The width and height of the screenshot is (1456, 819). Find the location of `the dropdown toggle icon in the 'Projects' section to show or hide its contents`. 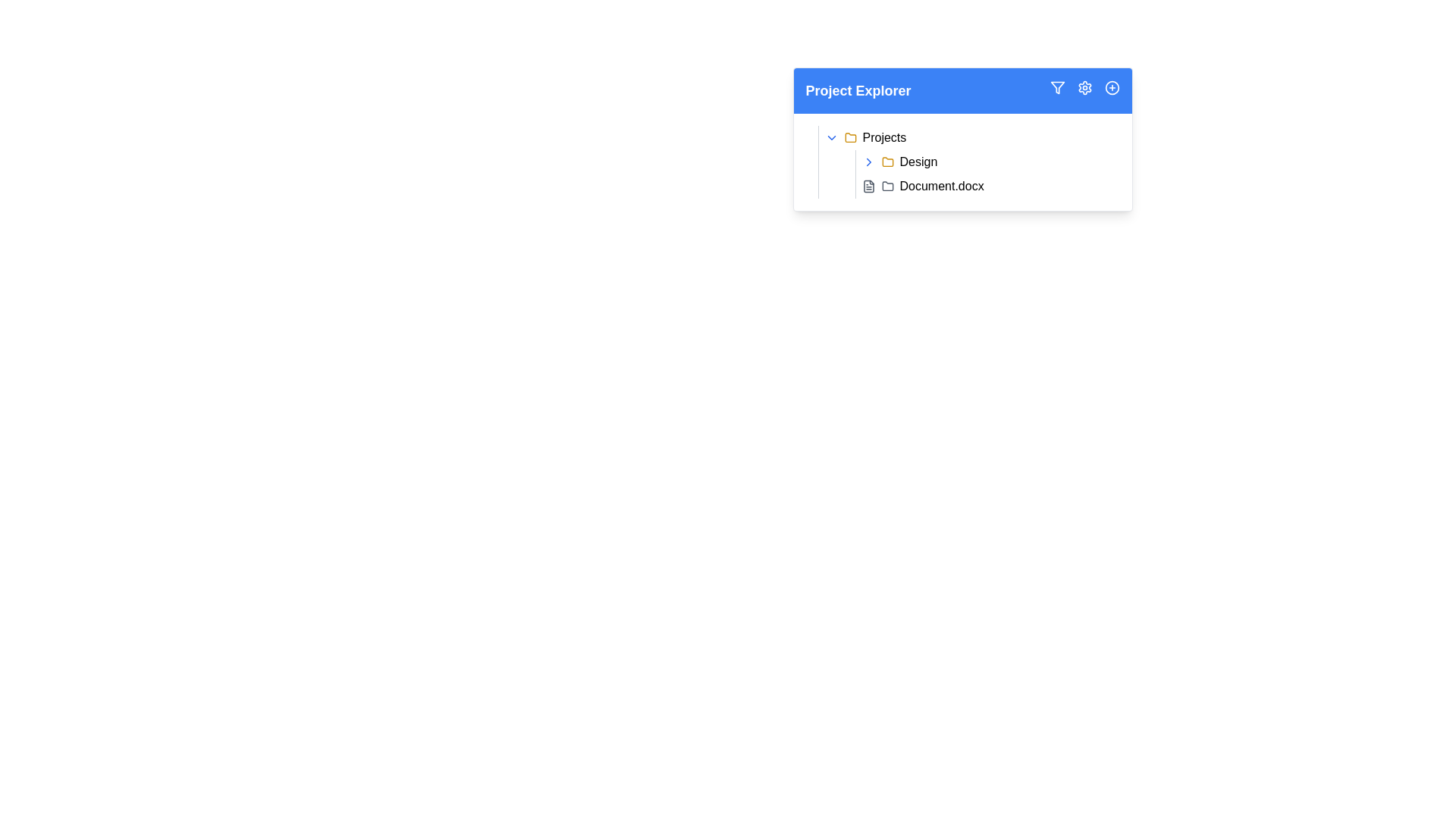

the dropdown toggle icon in the 'Projects' section to show or hide its contents is located at coordinates (830, 137).